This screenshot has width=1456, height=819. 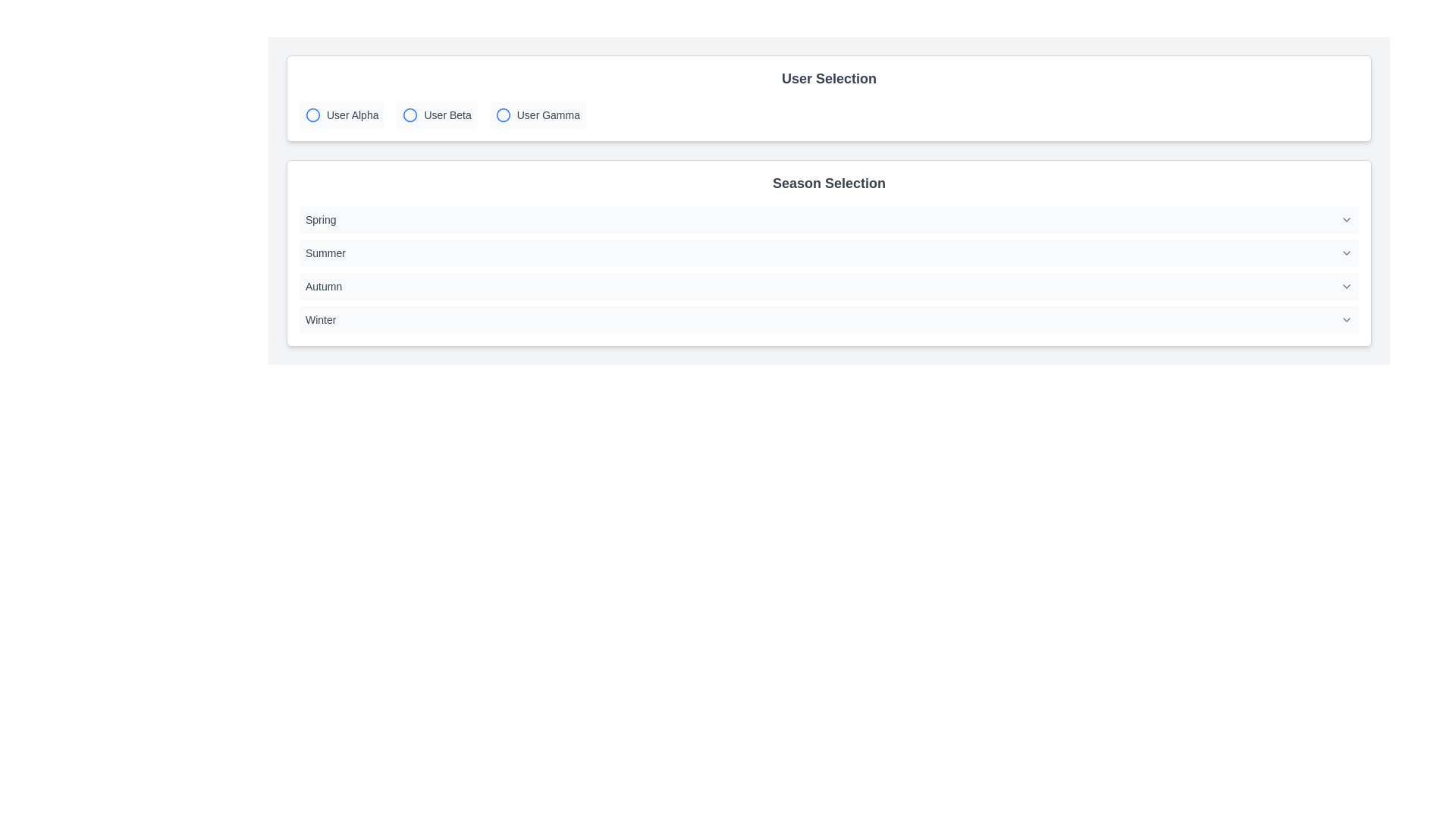 What do you see at coordinates (325, 253) in the screenshot?
I see `the selectable item 'Summer' in the dropdown list for visual feedback` at bounding box center [325, 253].